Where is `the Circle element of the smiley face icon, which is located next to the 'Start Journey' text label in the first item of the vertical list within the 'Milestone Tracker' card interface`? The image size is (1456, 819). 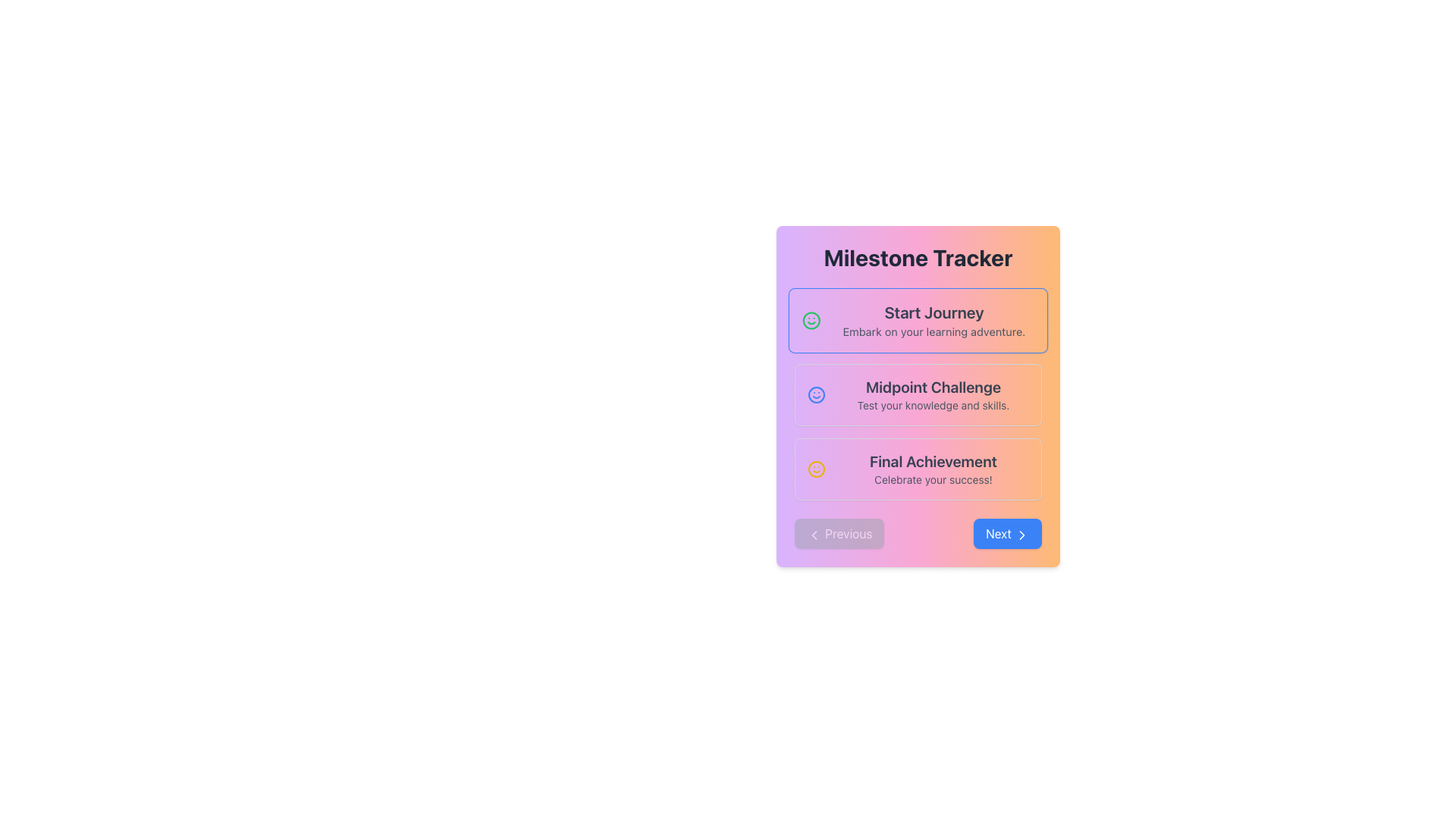
the Circle element of the smiley face icon, which is located next to the 'Start Journey' text label in the first item of the vertical list within the 'Milestone Tracker' card interface is located at coordinates (815, 468).